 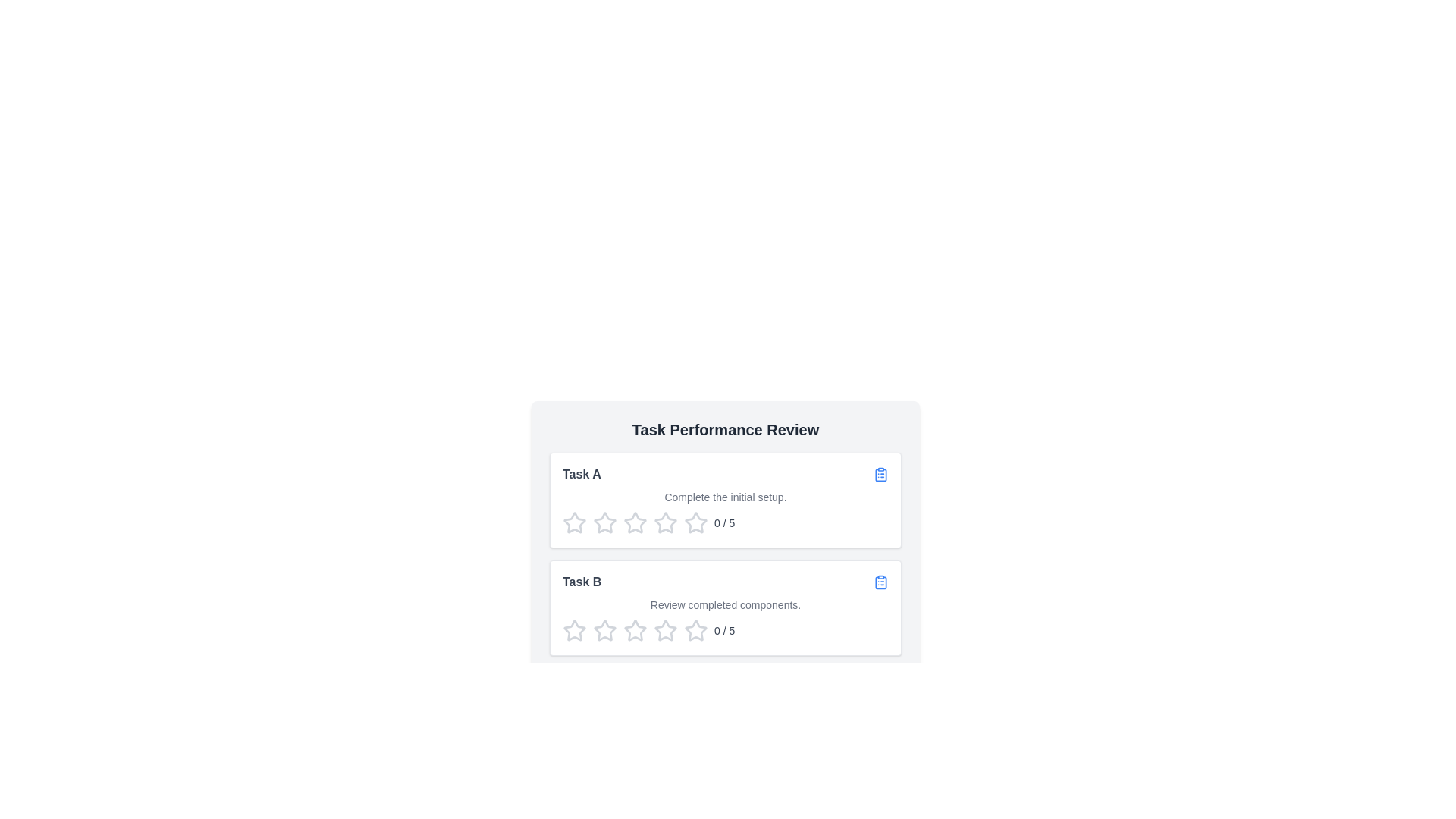 What do you see at coordinates (574, 631) in the screenshot?
I see `the first Rating Star icon in the row of five stars under the 'Task B' section of the 'Task Performance Review', which is indicated by the text '0 / 5'` at bounding box center [574, 631].